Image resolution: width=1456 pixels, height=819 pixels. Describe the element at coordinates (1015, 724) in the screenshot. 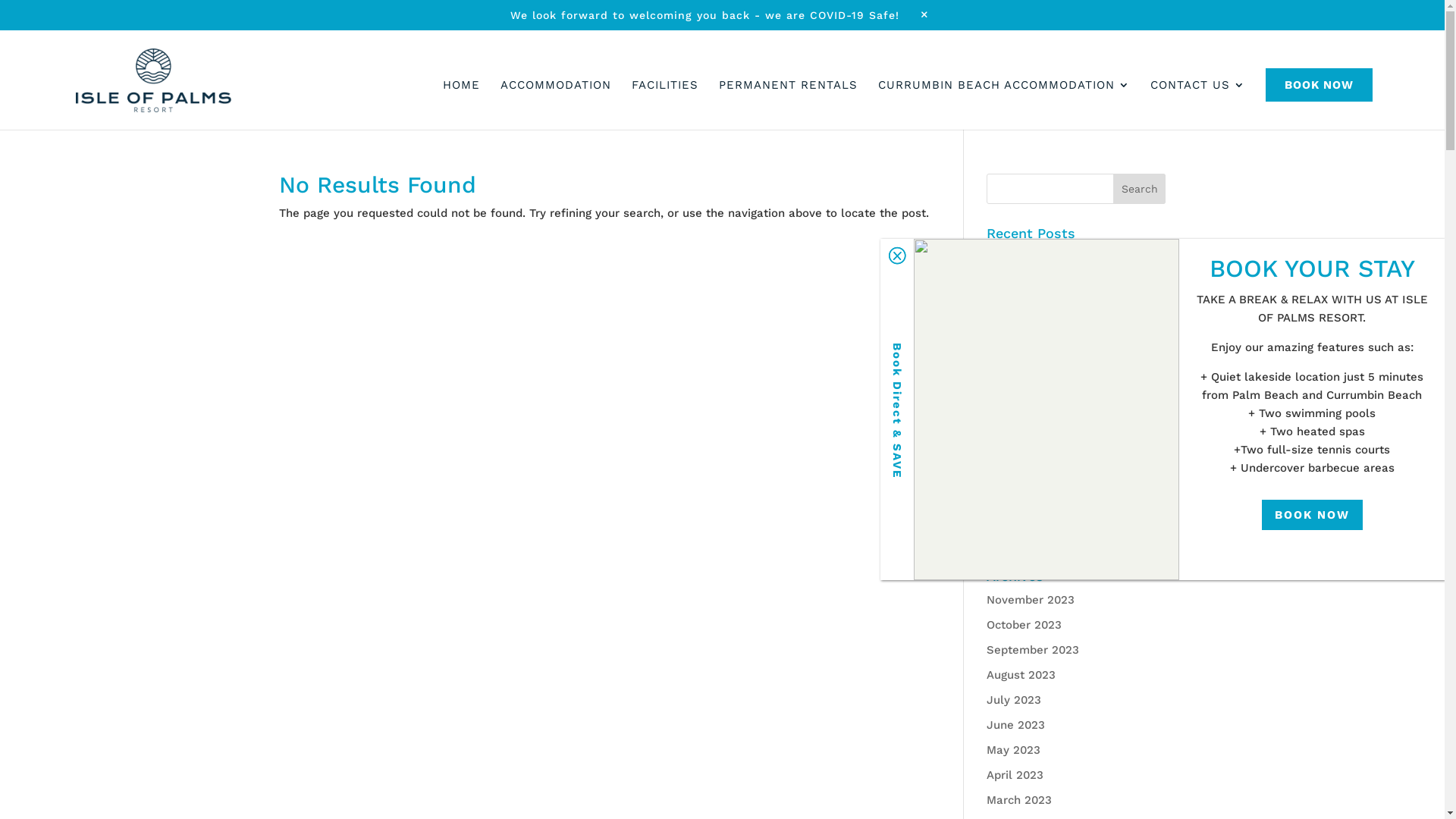

I see `'June 2023'` at that location.